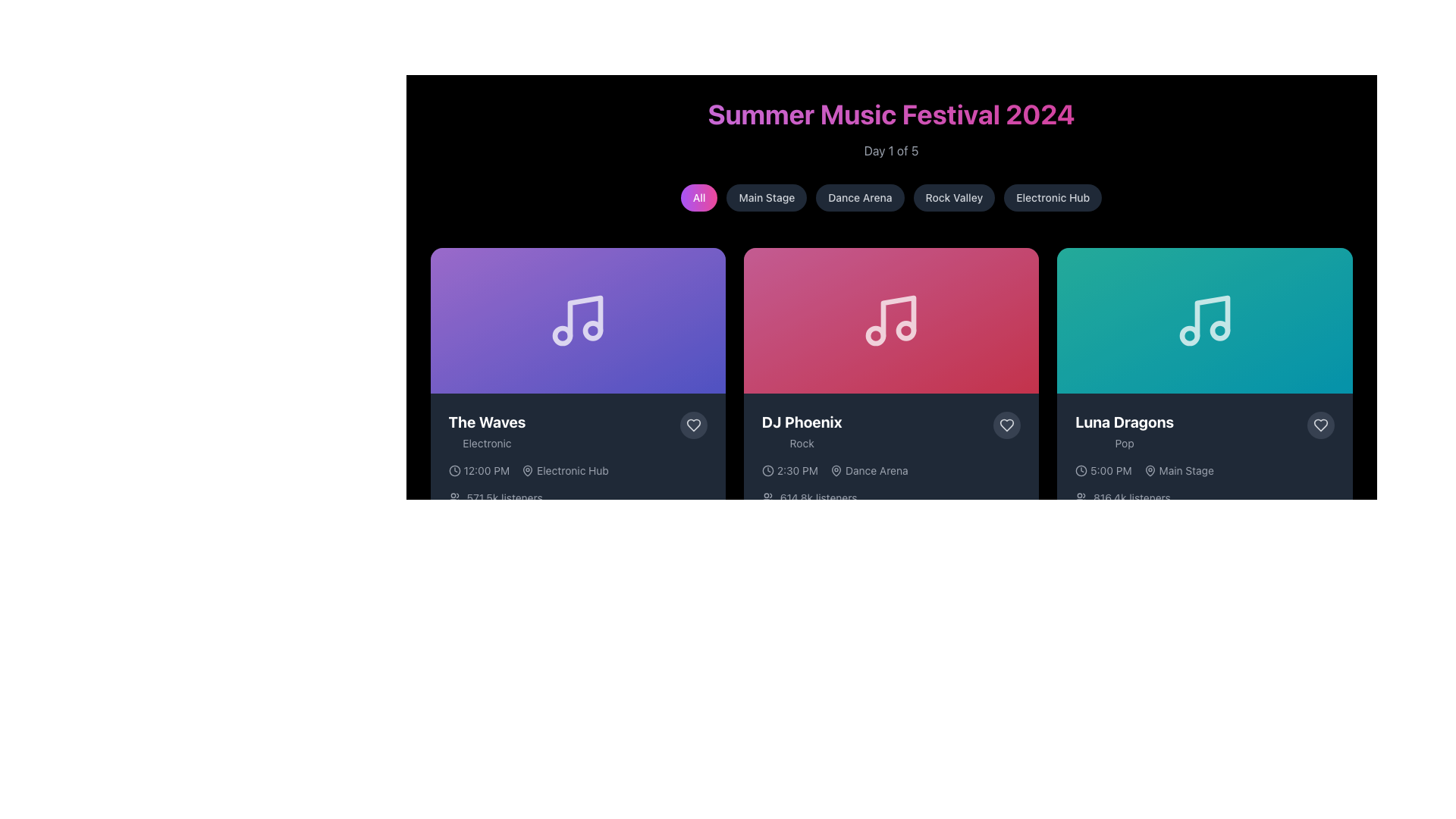 Image resolution: width=1456 pixels, height=819 pixels. I want to click on the musical note icon with a modern, minimalistic design, located centrally within the top section of the card titled 'The Waves', so click(577, 320).